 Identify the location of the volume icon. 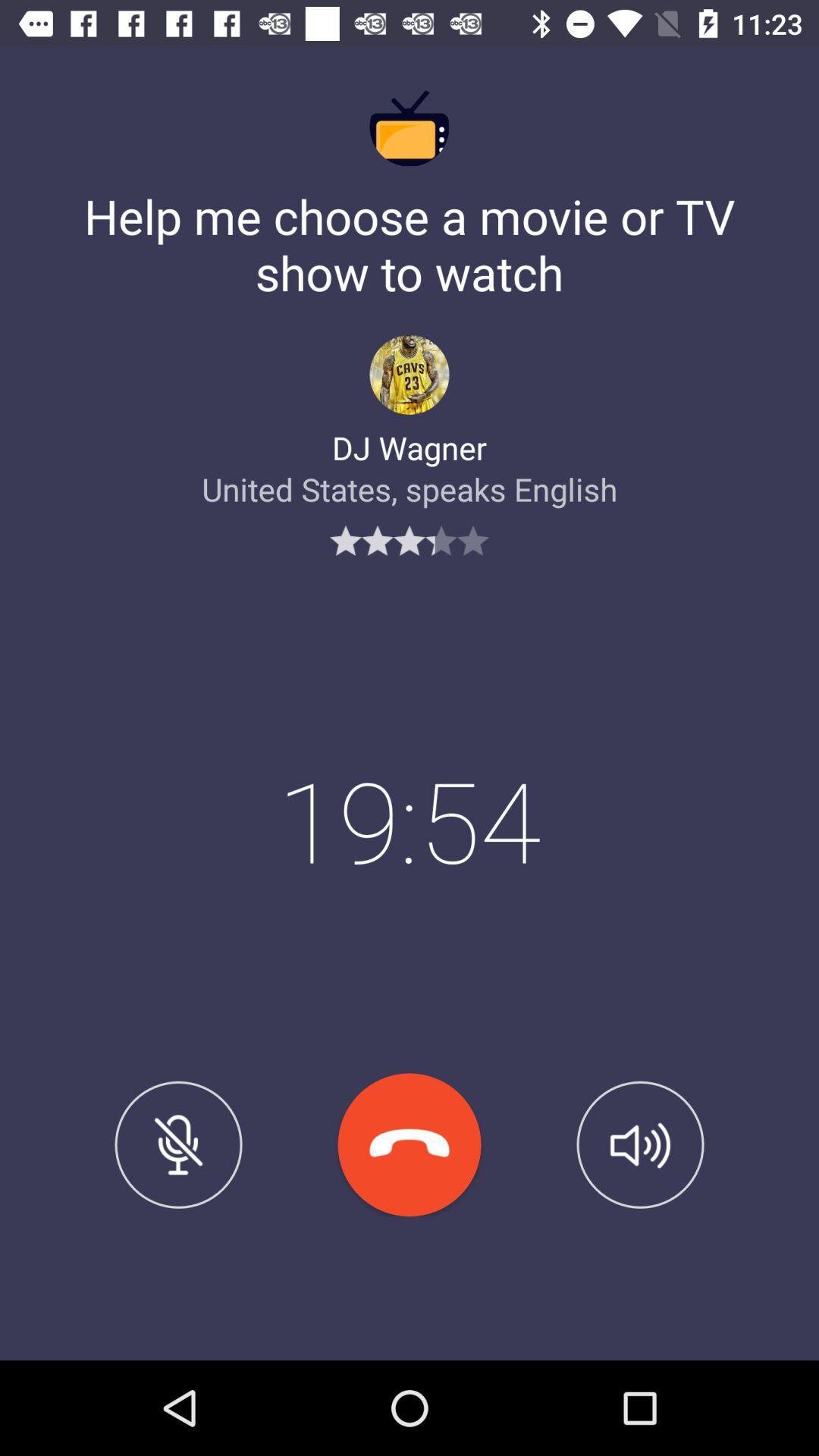
(640, 1144).